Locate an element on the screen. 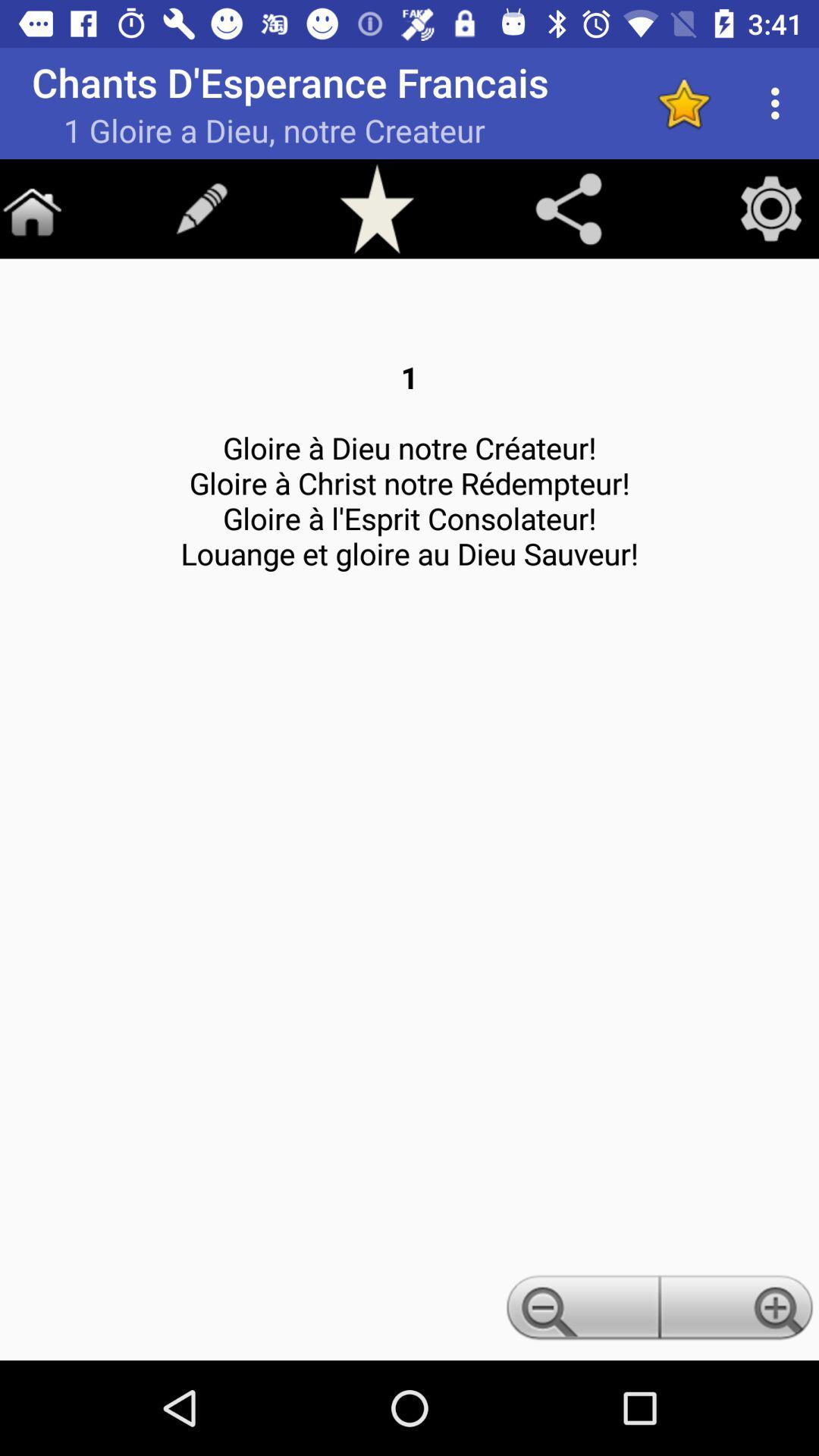 This screenshot has height=1456, width=819. settings is located at coordinates (771, 208).